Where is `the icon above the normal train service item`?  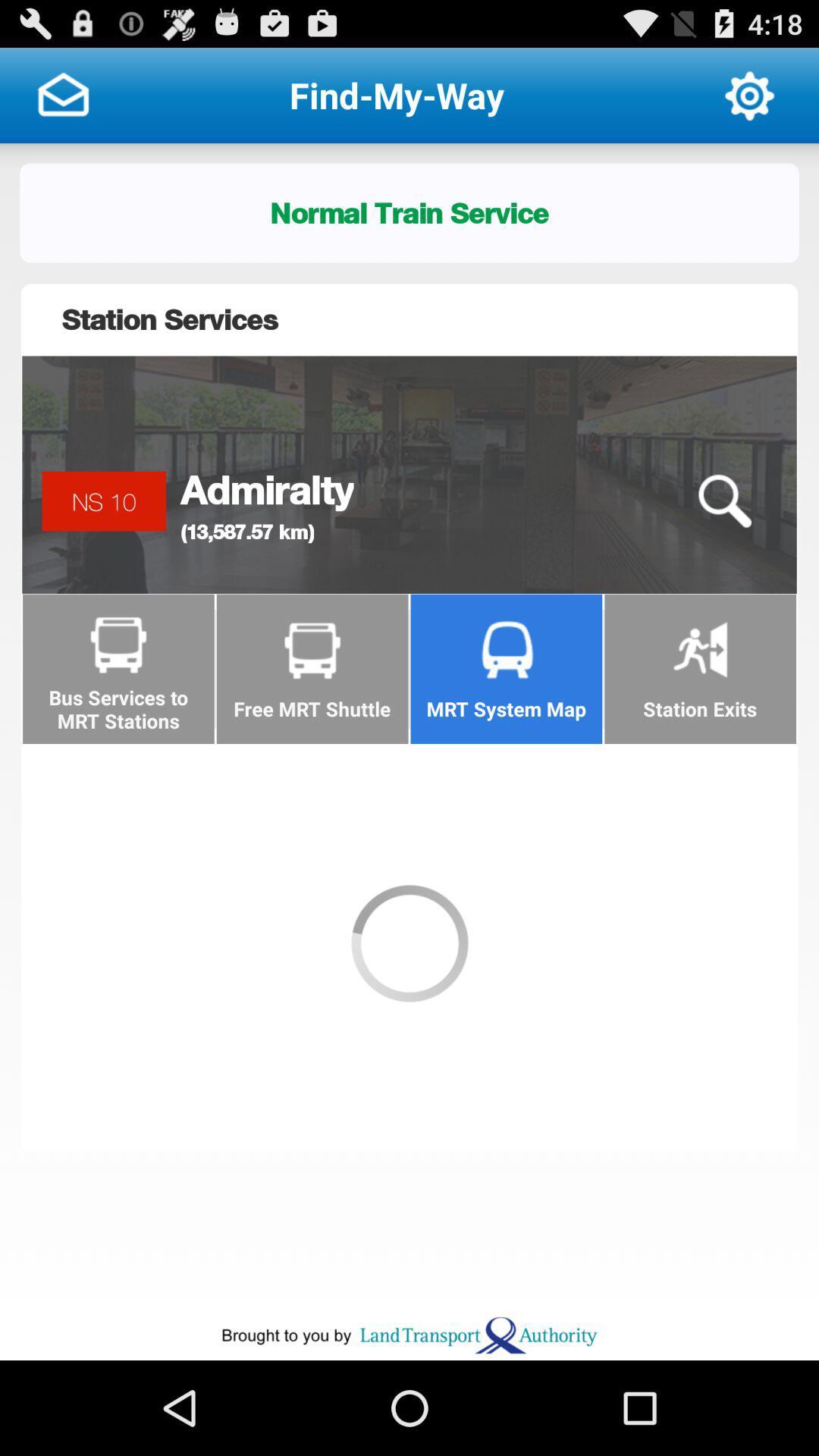
the icon above the normal train service item is located at coordinates (62, 94).